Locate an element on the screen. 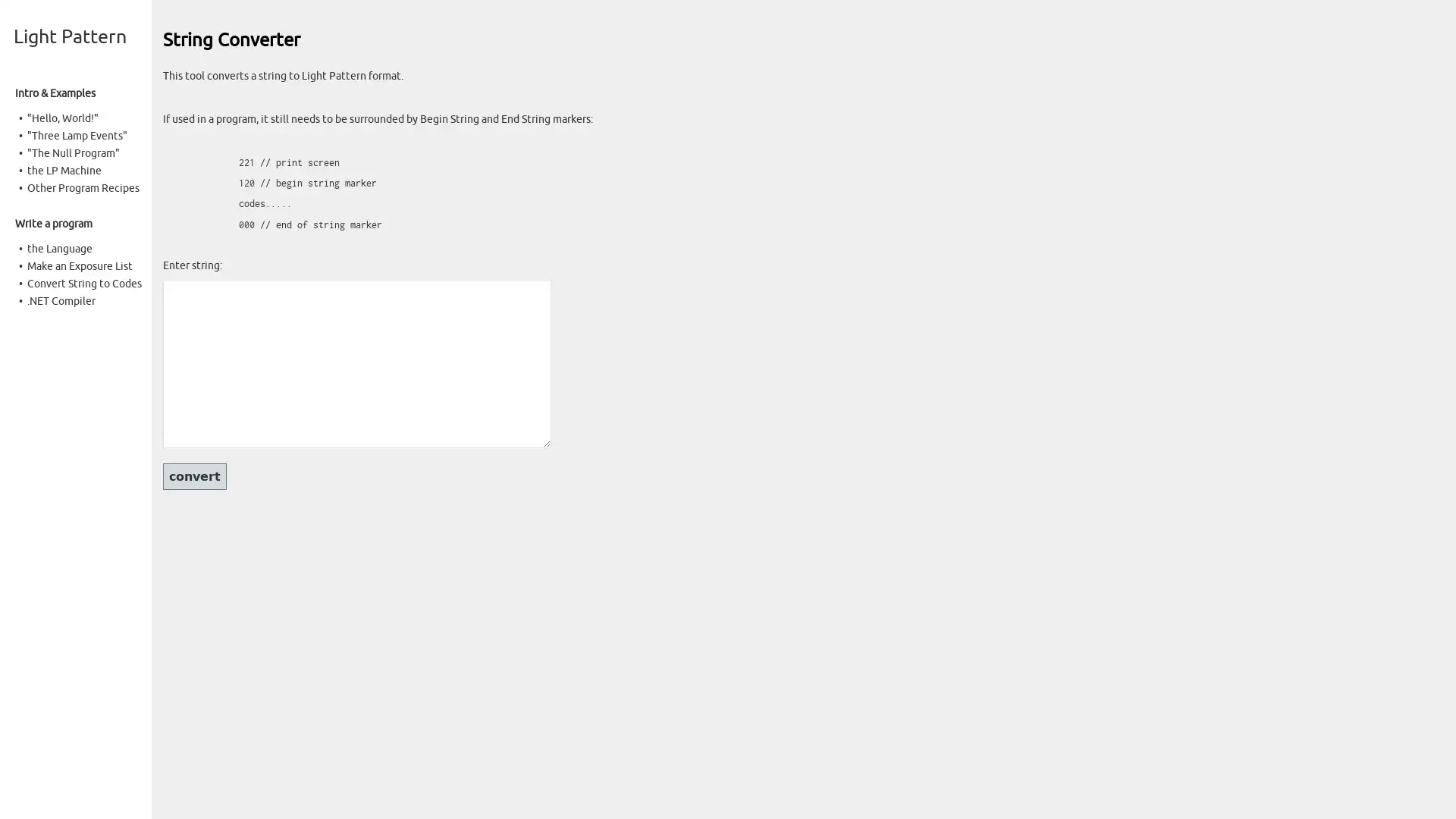 The width and height of the screenshot is (1456, 819). convert is located at coordinates (194, 475).